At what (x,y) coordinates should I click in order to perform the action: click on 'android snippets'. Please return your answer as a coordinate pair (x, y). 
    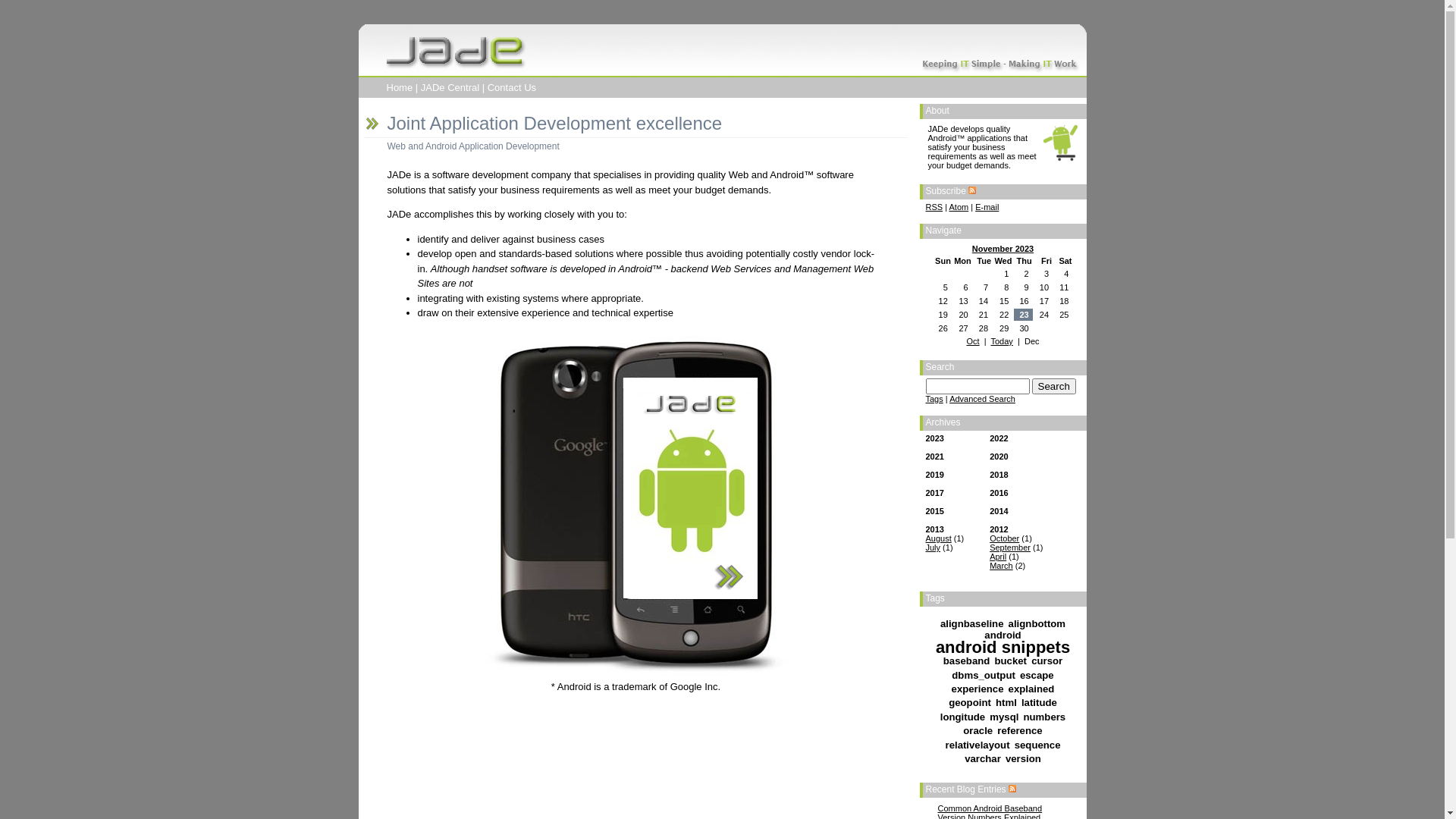
    Looking at the image, I should click on (1003, 647).